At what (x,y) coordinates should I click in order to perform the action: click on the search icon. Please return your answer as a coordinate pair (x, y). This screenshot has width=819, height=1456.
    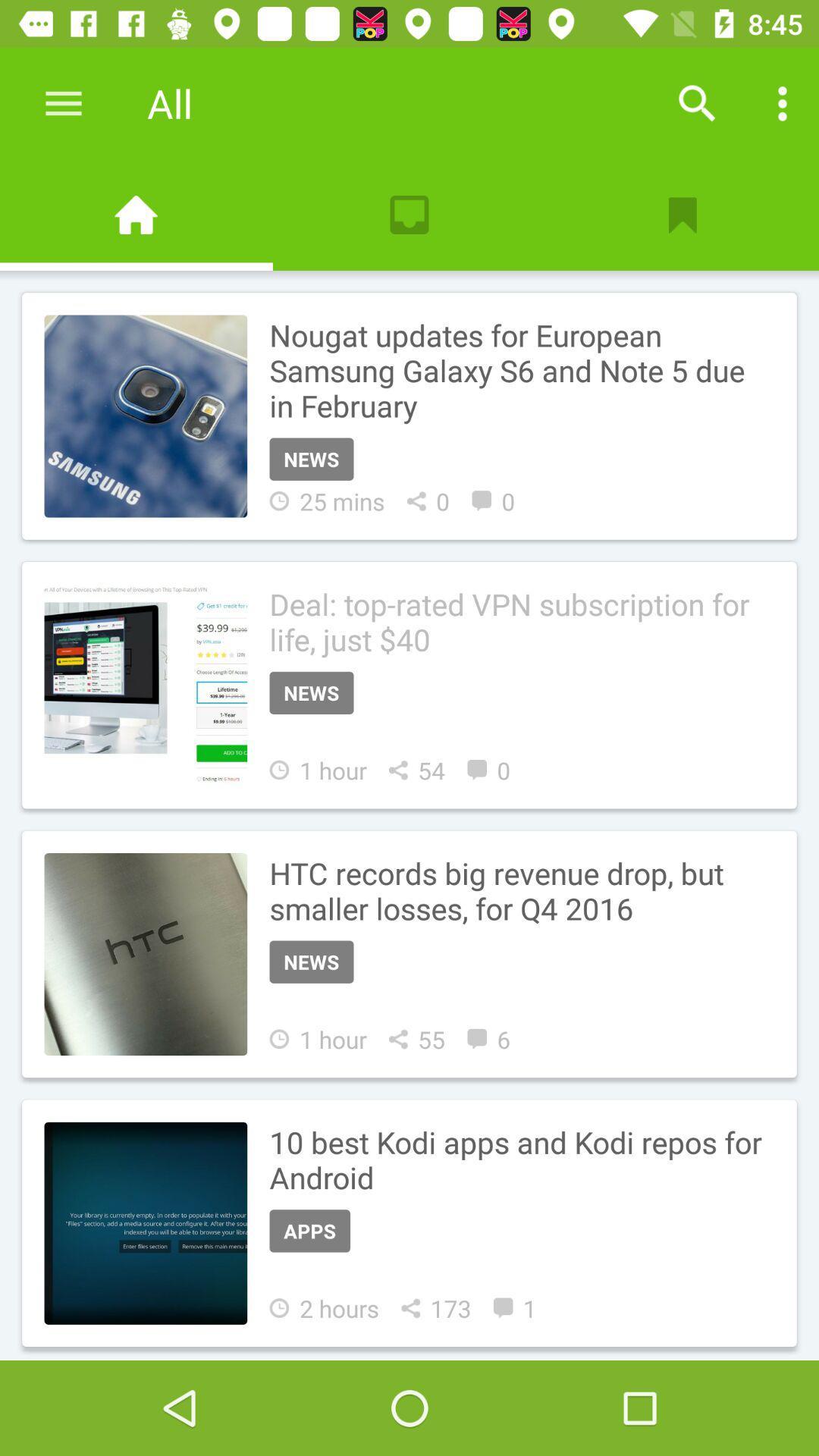
    Looking at the image, I should click on (697, 102).